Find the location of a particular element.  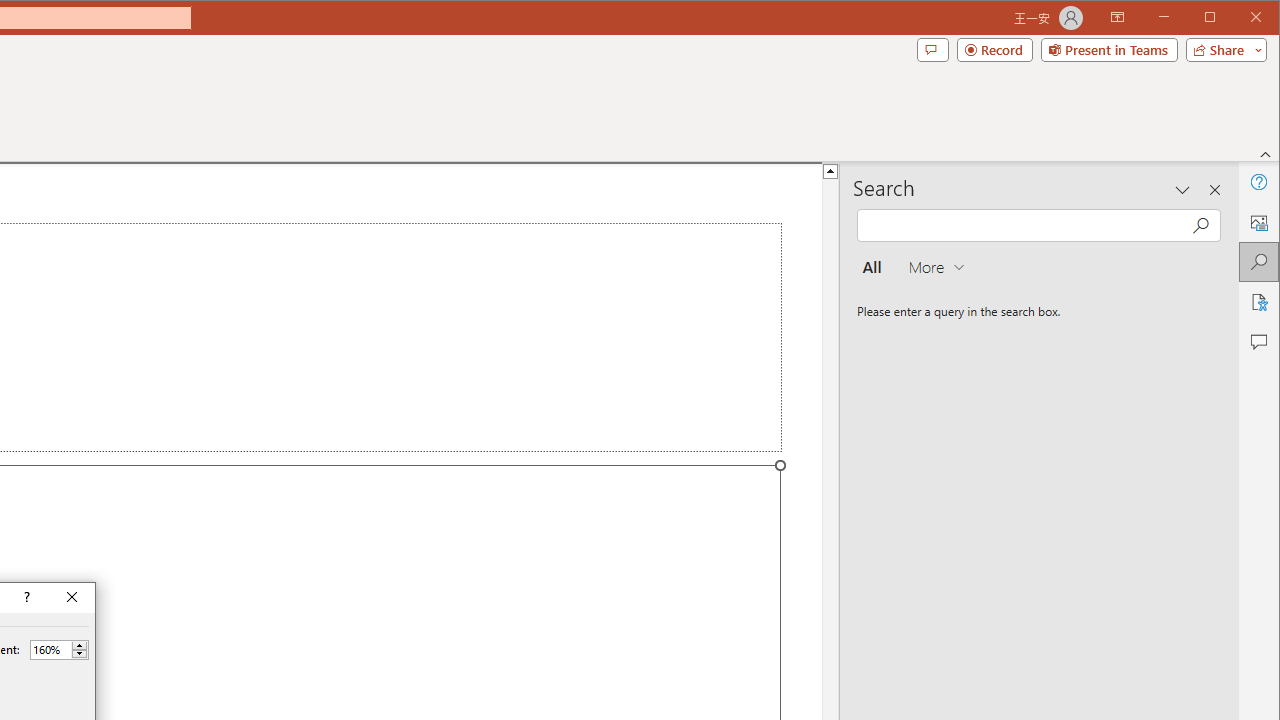

'Percent' is located at coordinates (50, 649).